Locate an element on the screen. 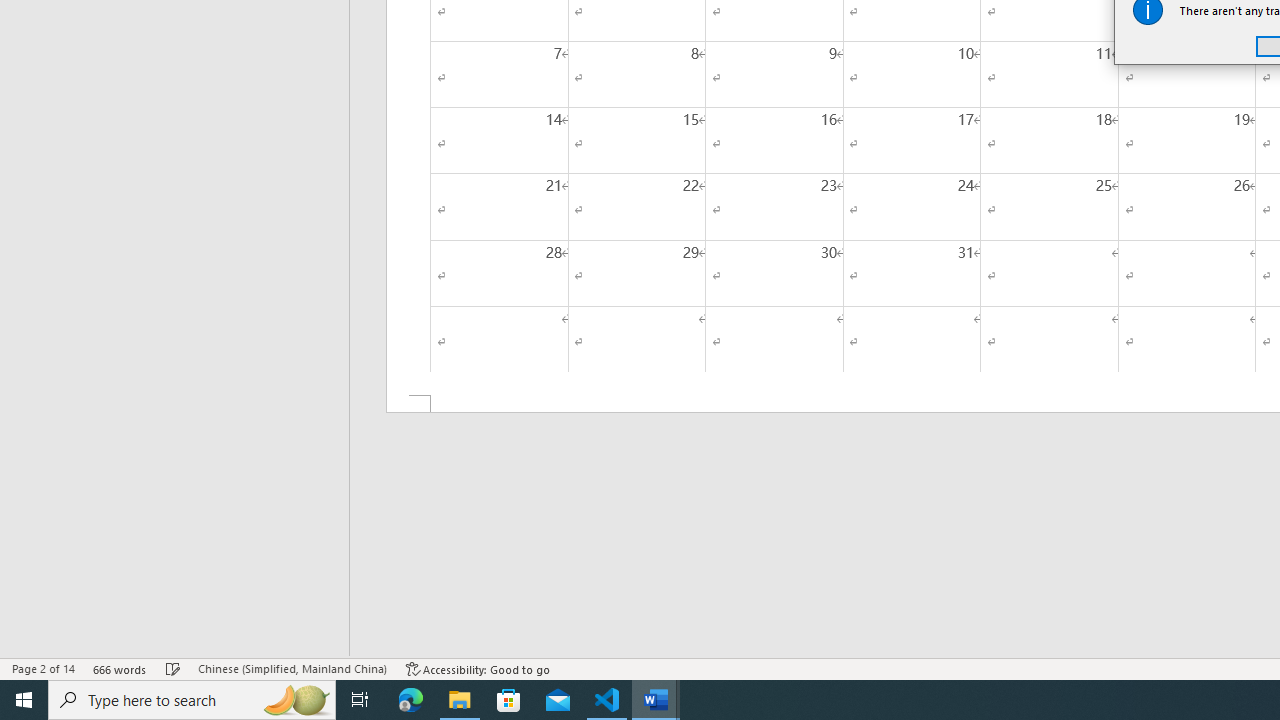  'Word - 2 running windows' is located at coordinates (656, 698).